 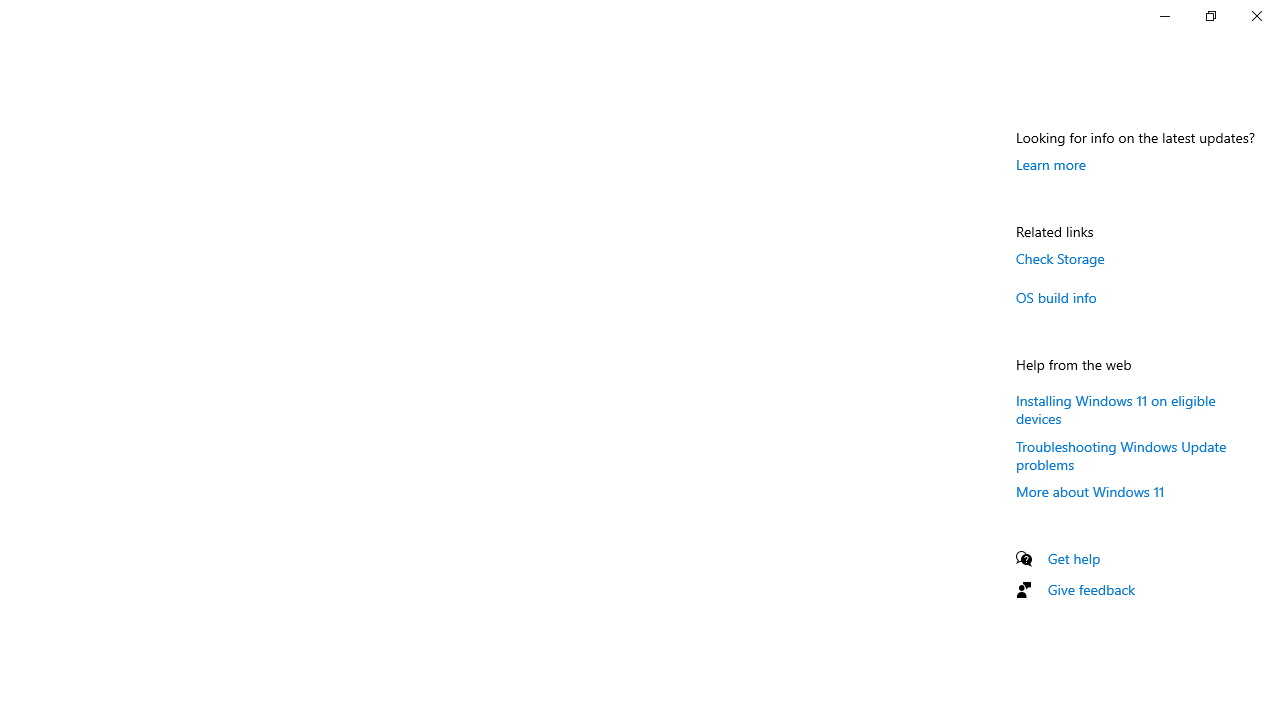 What do you see at coordinates (1055, 297) in the screenshot?
I see `'OS build info'` at bounding box center [1055, 297].